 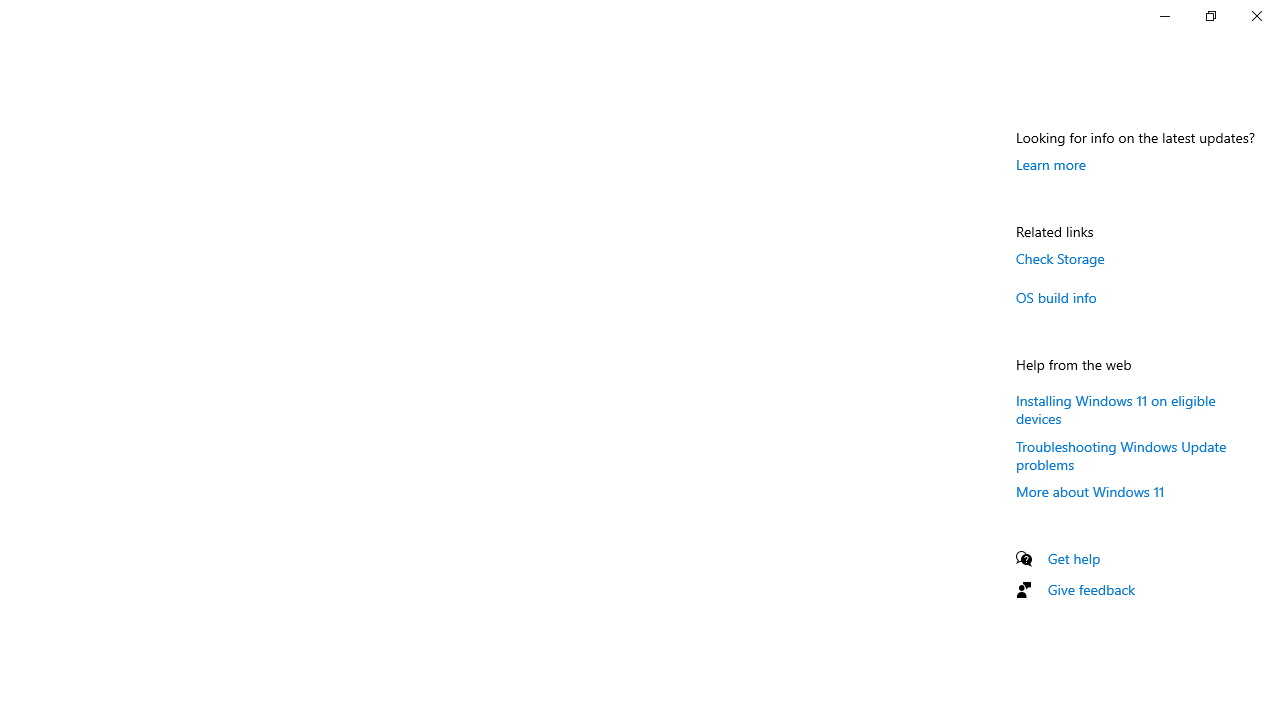 What do you see at coordinates (1055, 297) in the screenshot?
I see `'OS build info'` at bounding box center [1055, 297].